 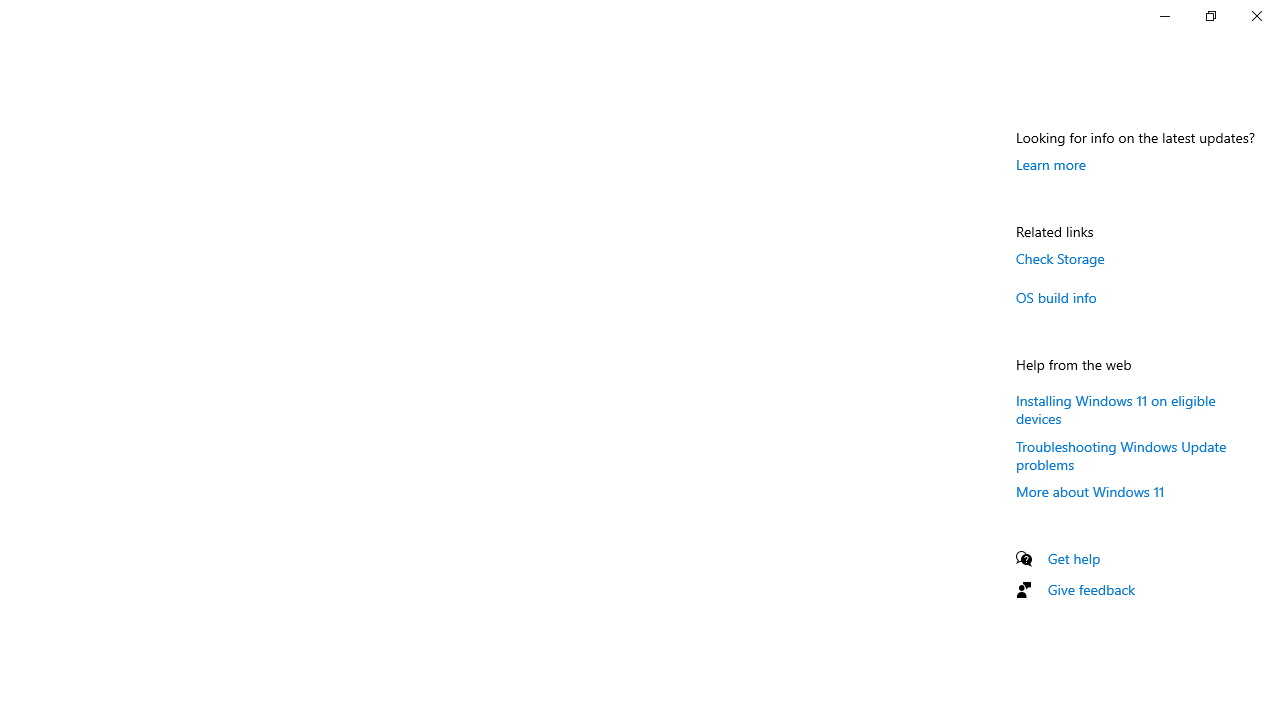 What do you see at coordinates (1055, 297) in the screenshot?
I see `'OS build info'` at bounding box center [1055, 297].